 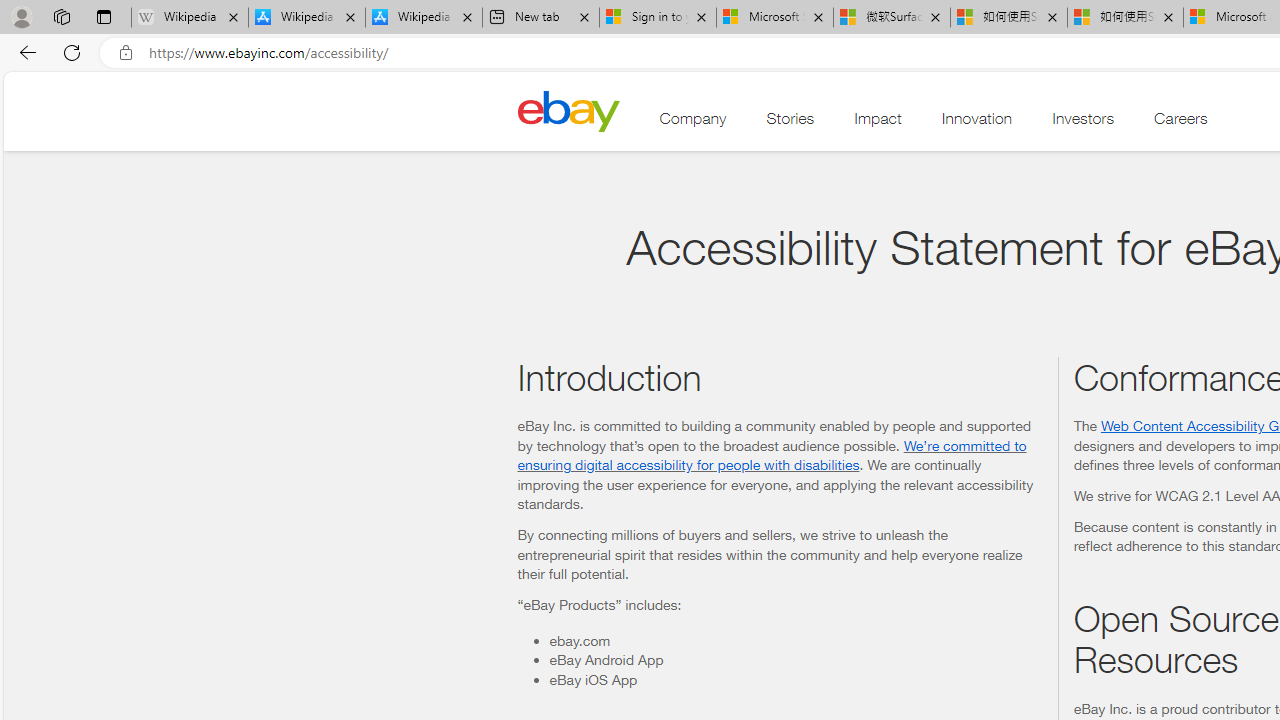 I want to click on 'Company', so click(x=693, y=123).